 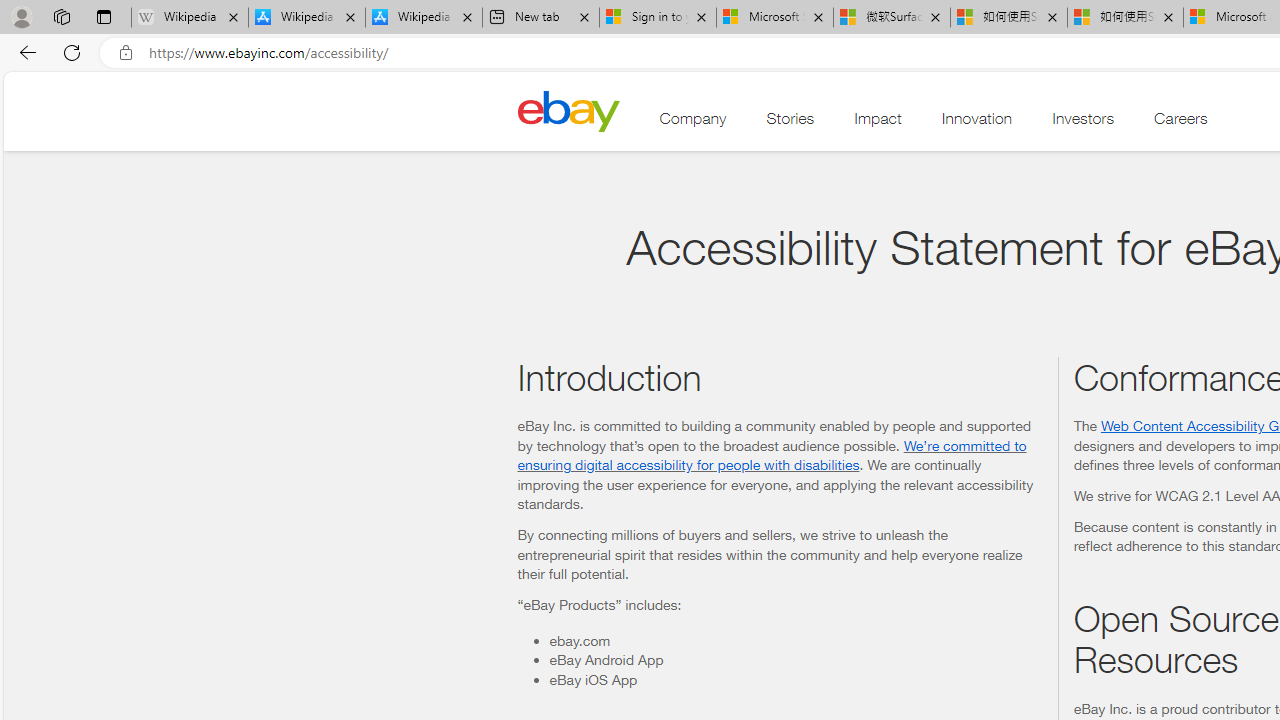 I want to click on 'Company', so click(x=693, y=123).